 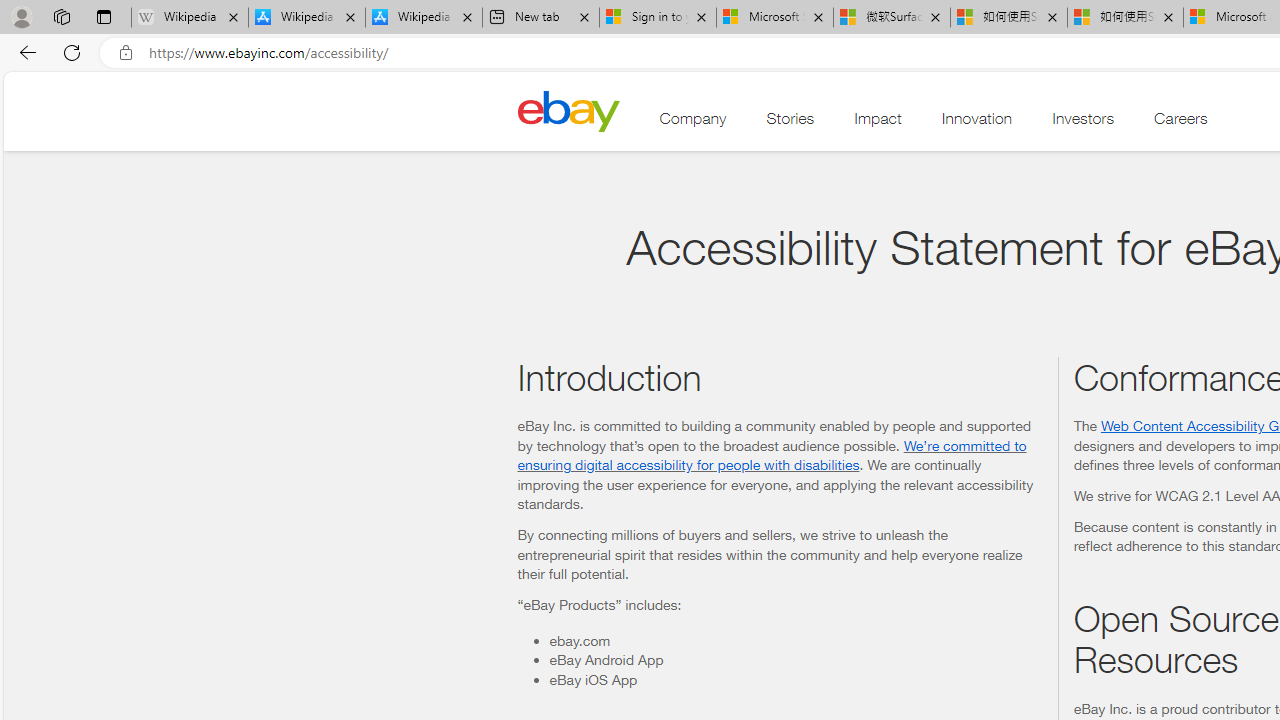 I want to click on 'Company', so click(x=693, y=123).